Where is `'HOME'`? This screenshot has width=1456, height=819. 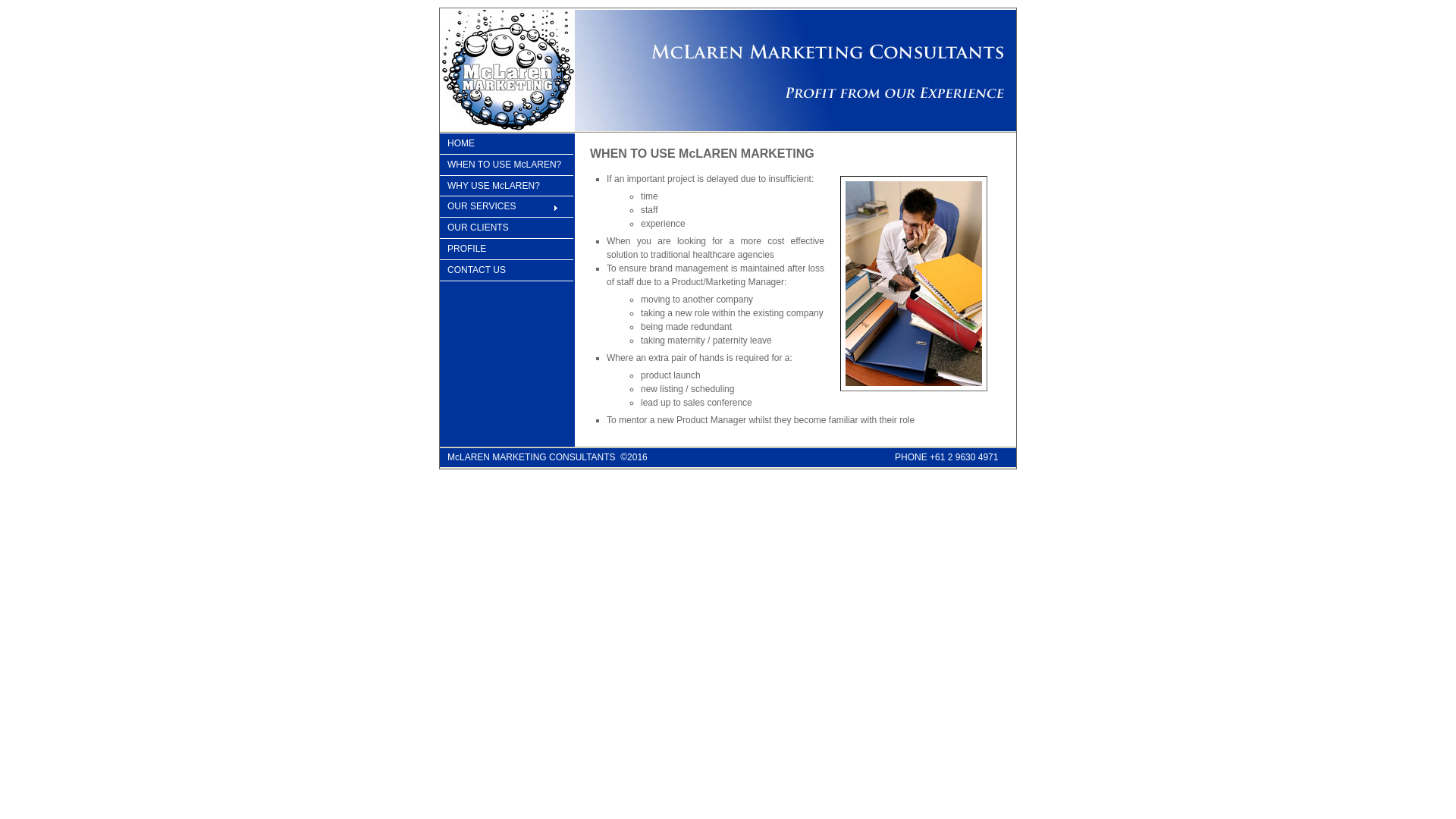
'HOME' is located at coordinates (506, 143).